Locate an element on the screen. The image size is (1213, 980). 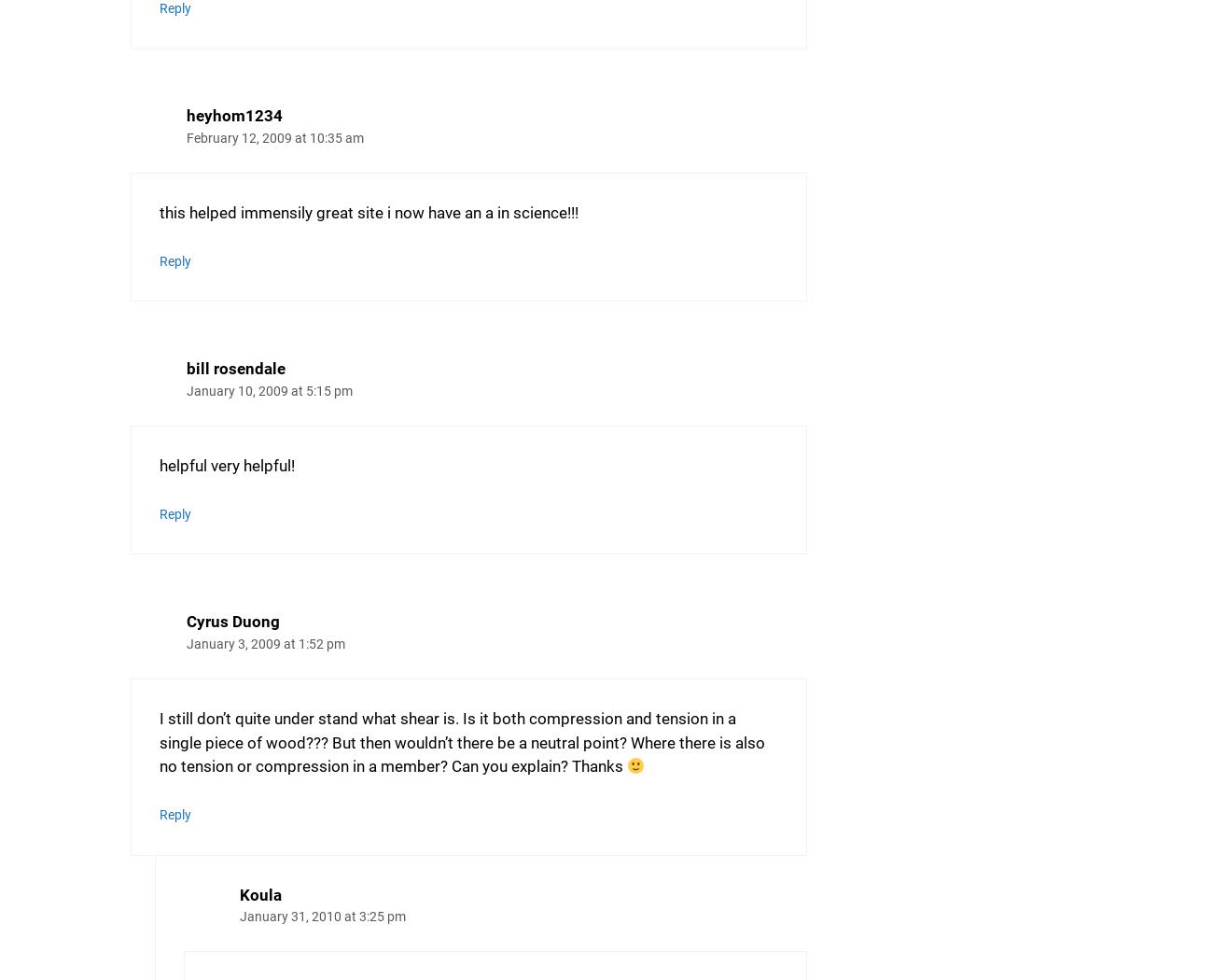
'helpful very helpful!' is located at coordinates (159, 464).